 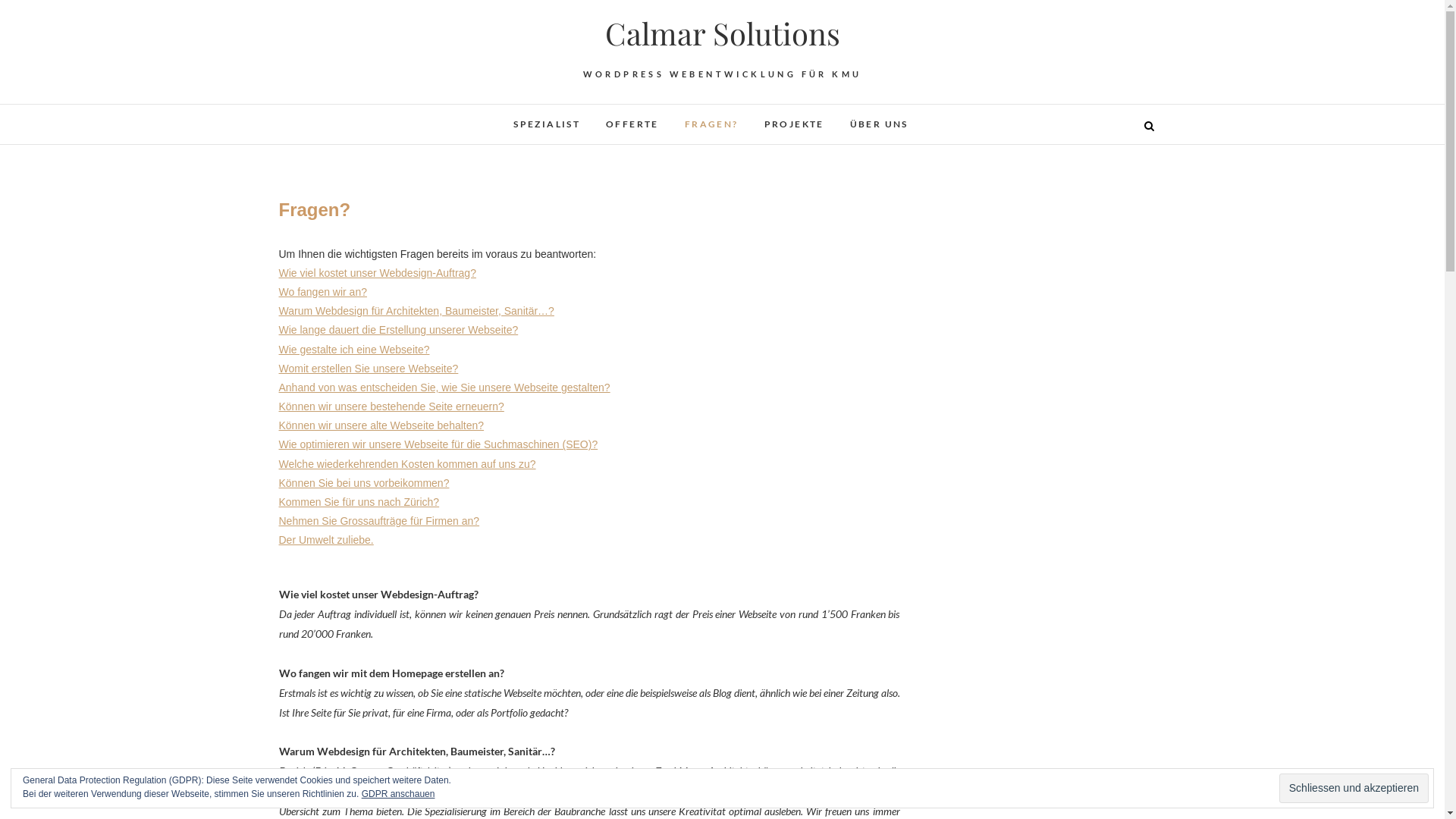 What do you see at coordinates (1407, 789) in the screenshot?
I see `'Go to Top'` at bounding box center [1407, 789].